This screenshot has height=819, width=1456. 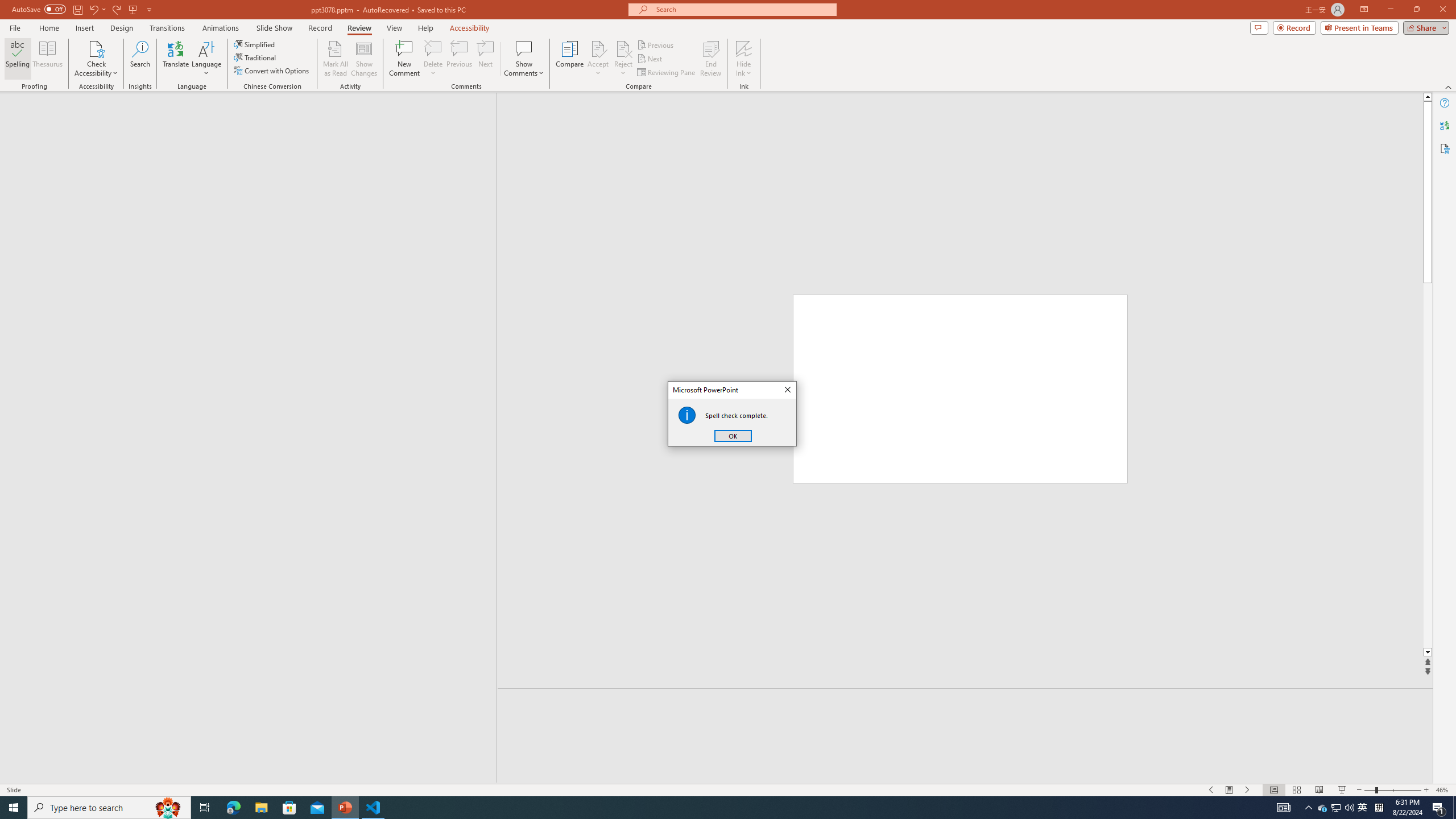 What do you see at coordinates (109, 806) in the screenshot?
I see `'Type here to search'` at bounding box center [109, 806].